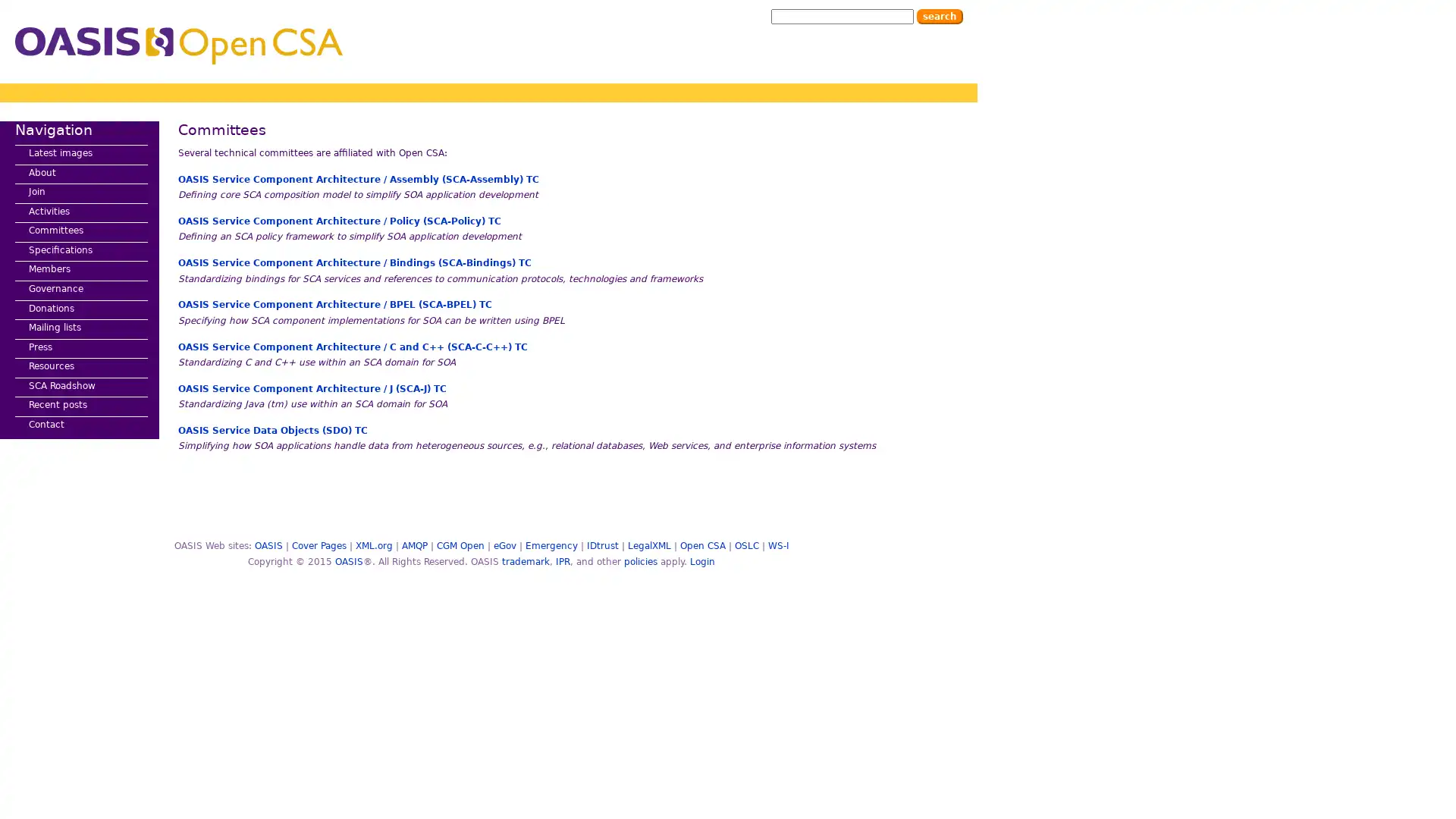 The image size is (1456, 819). I want to click on Search, so click(939, 17).